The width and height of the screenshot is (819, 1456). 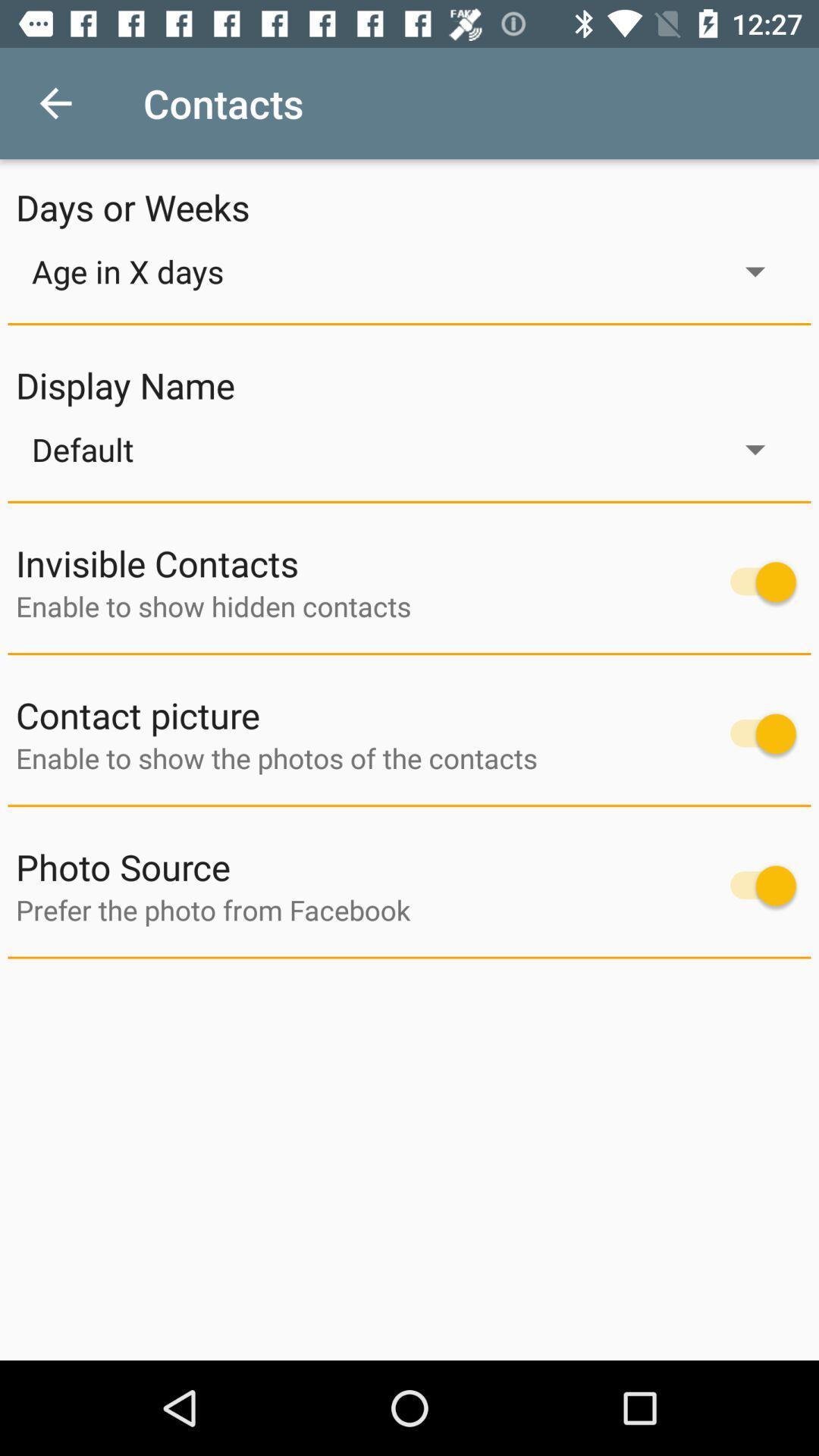 What do you see at coordinates (755, 581) in the screenshot?
I see `invisible contact option` at bounding box center [755, 581].